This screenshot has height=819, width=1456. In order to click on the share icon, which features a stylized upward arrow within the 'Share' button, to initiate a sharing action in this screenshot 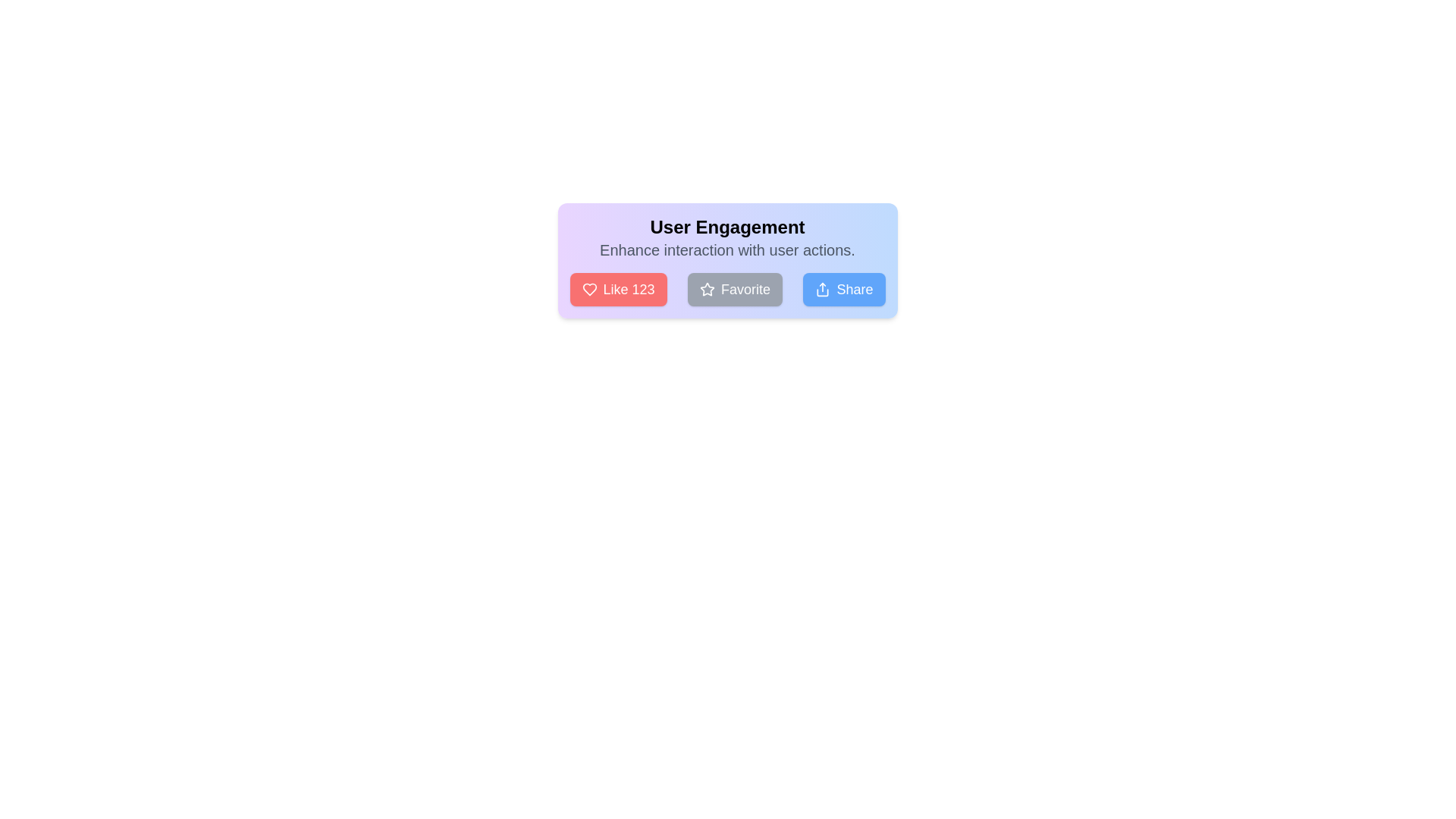, I will do `click(822, 289)`.